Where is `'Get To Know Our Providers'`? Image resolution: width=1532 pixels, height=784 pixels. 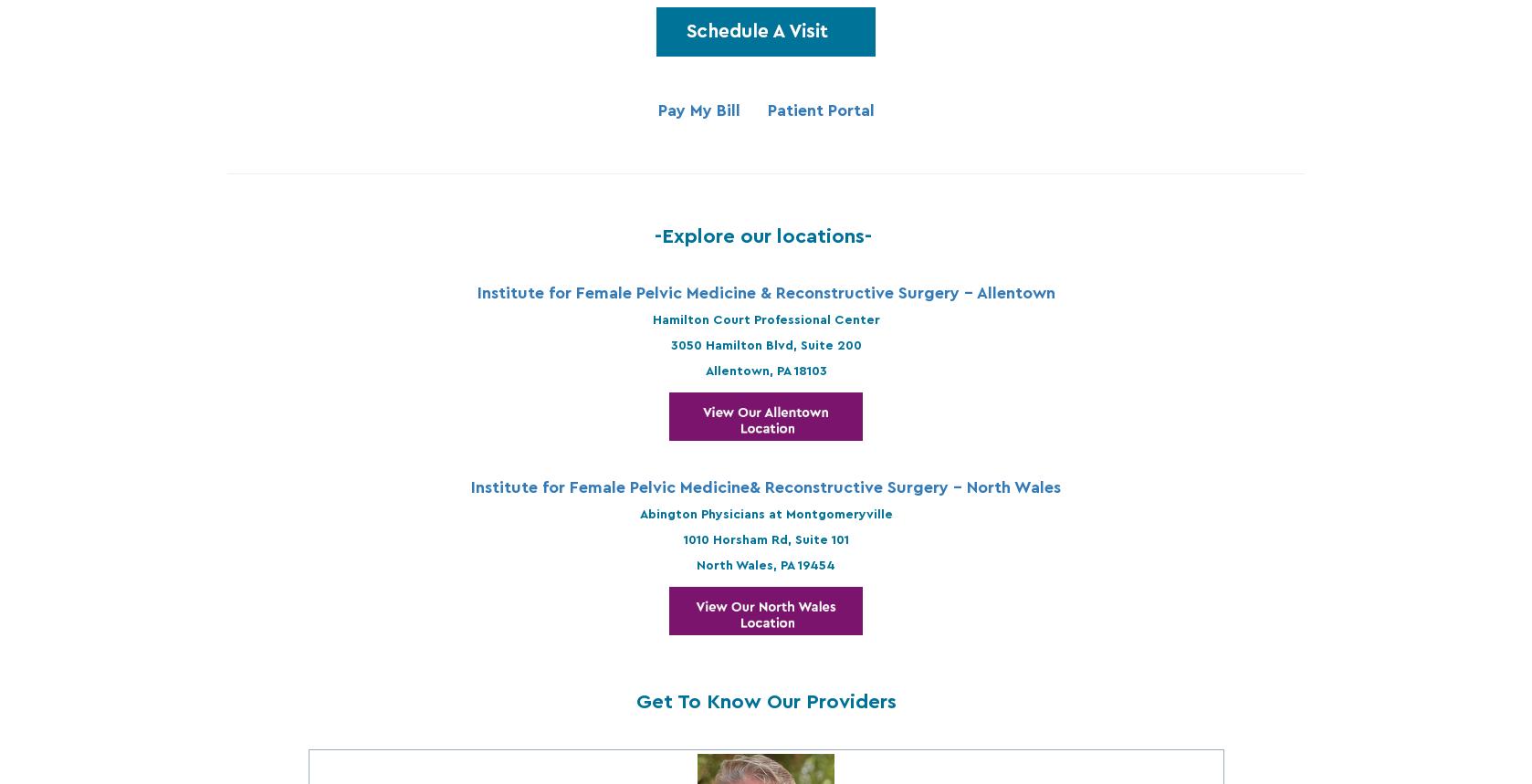
'Get To Know Our Providers' is located at coordinates (764, 701).